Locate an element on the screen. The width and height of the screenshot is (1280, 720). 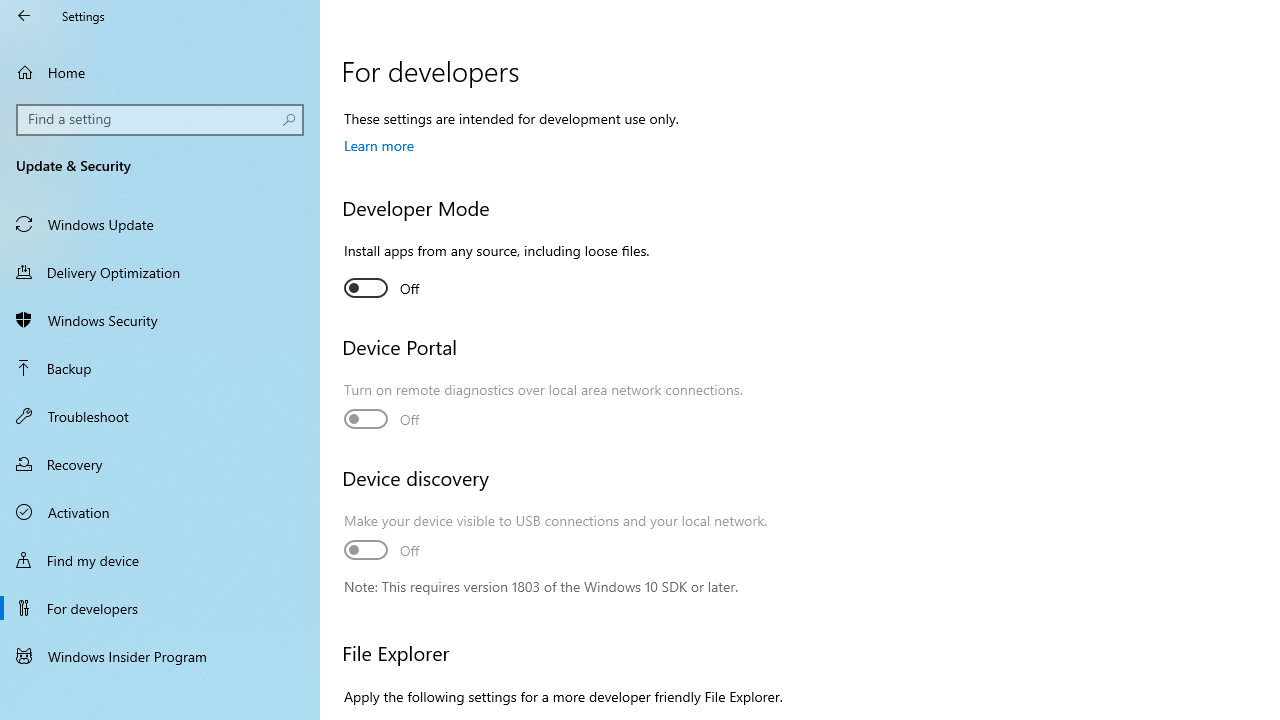
'Windows Update' is located at coordinates (160, 223).